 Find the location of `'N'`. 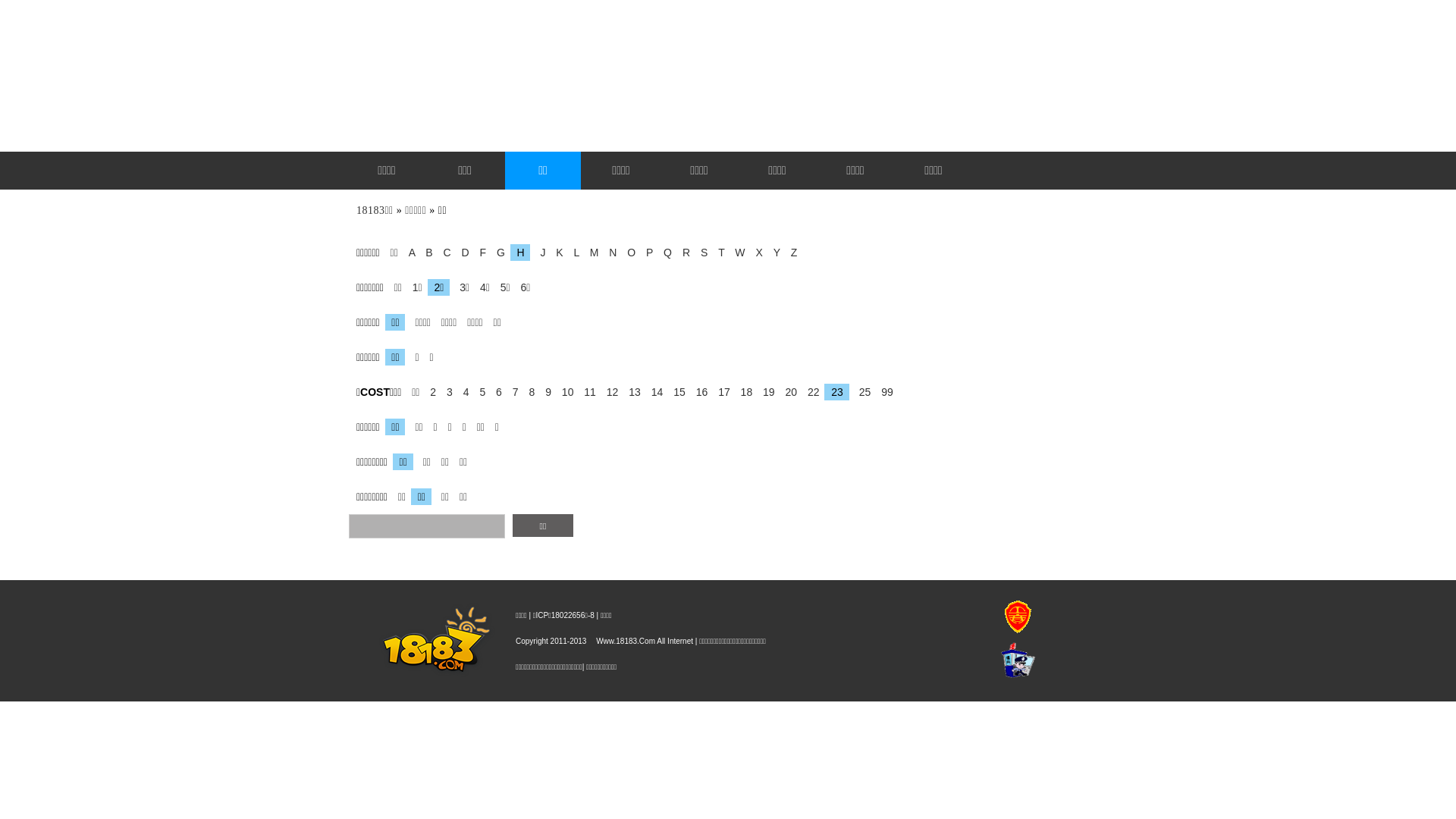

'N' is located at coordinates (600, 251).